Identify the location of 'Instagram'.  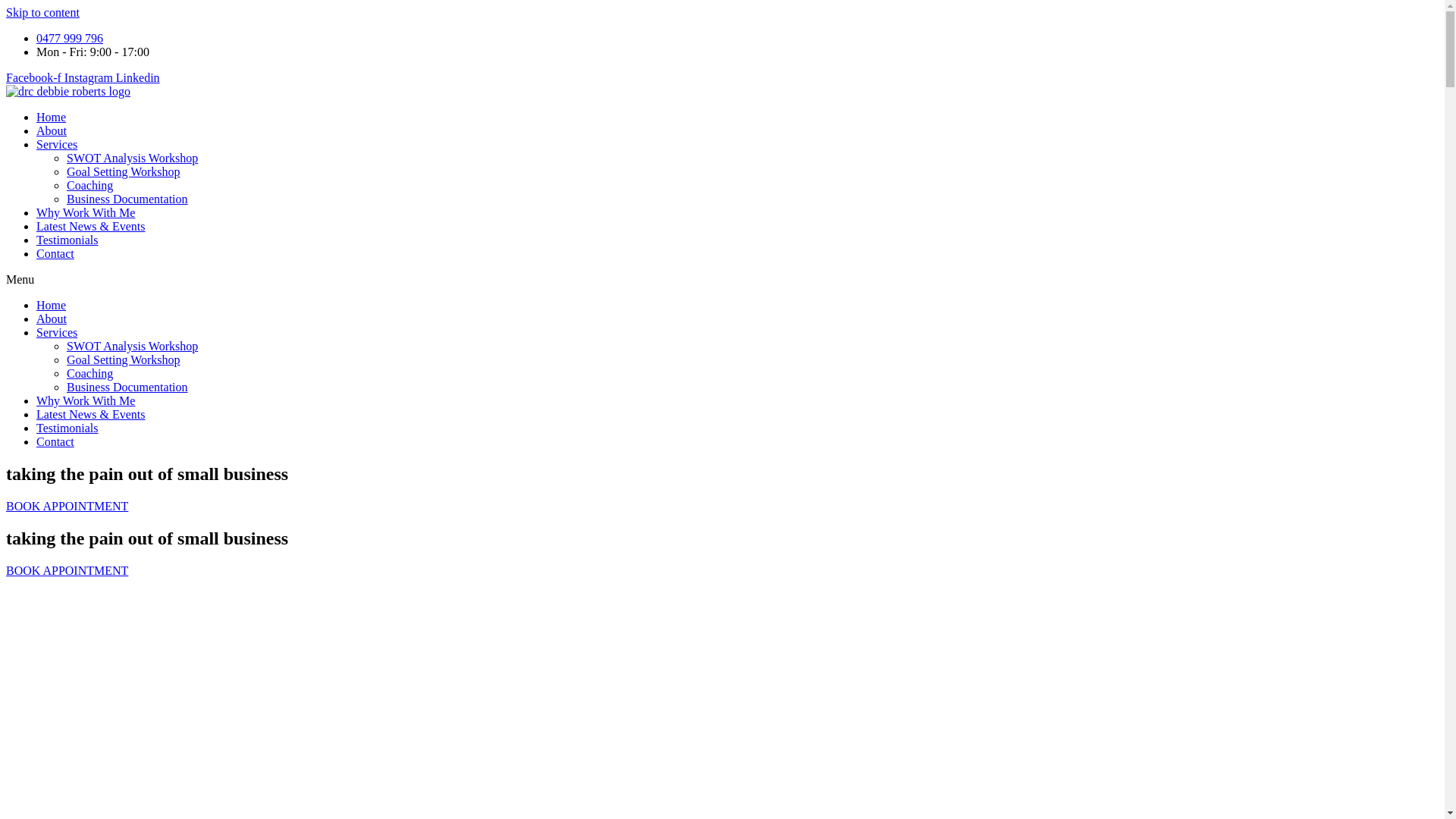
(89, 77).